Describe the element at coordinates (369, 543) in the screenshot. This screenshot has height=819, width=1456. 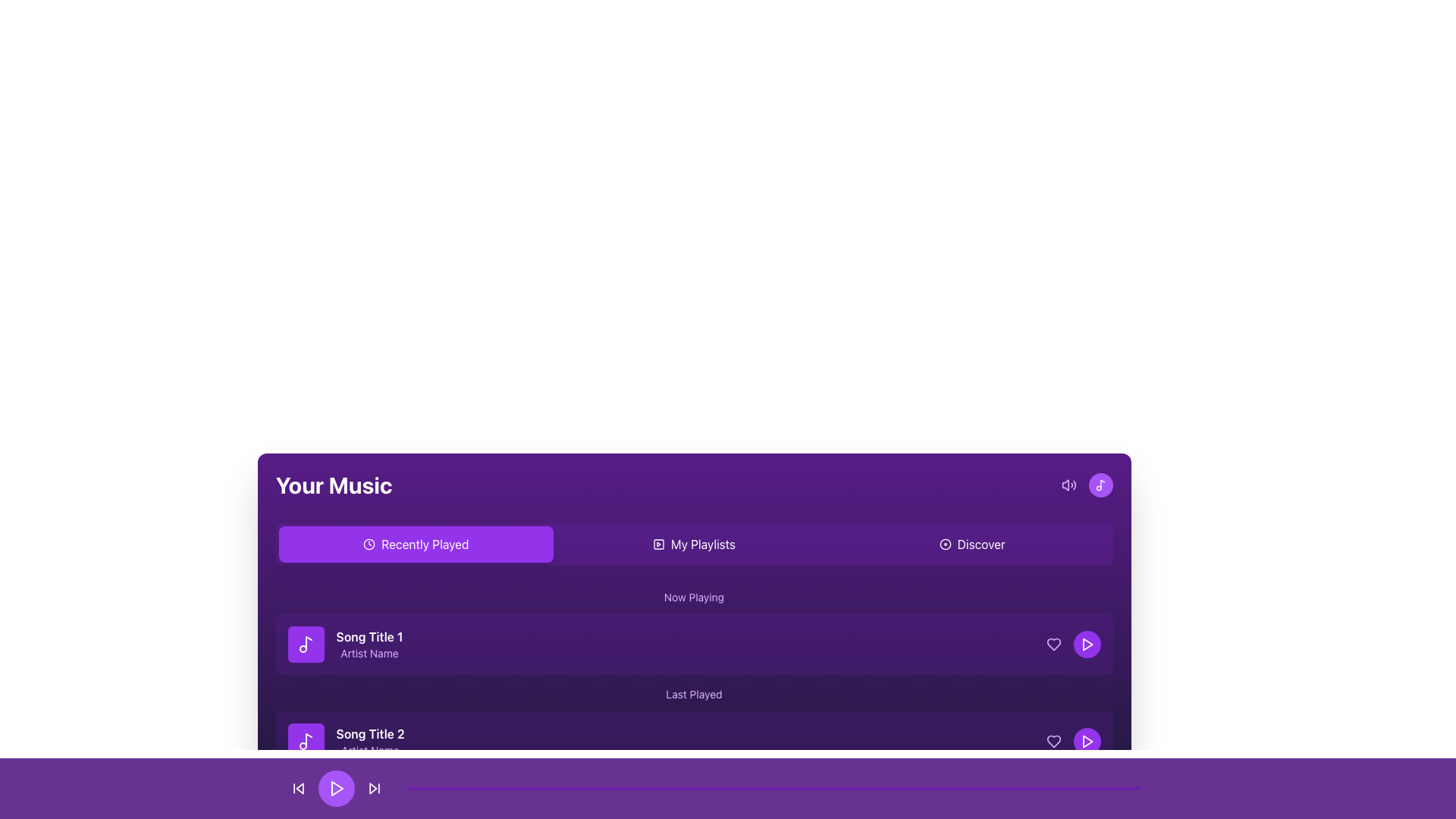
I see `the clock icon located within the purple button at the top-left of the interface, which is positioned to the left of the 'Recently Played' text under the 'Your Music' heading` at that location.